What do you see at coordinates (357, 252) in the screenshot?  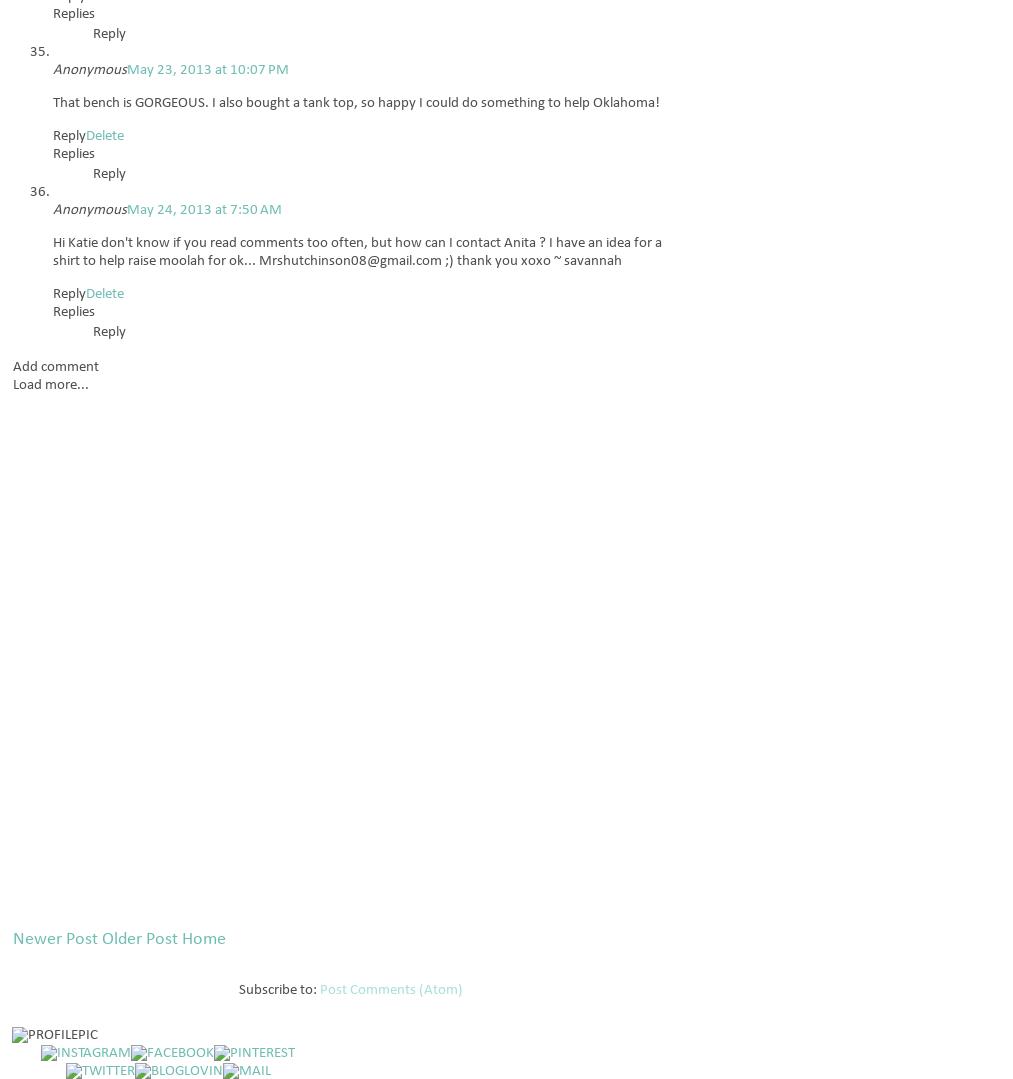 I see `'Hi Katie don't know if you read comments too often, but how can I contact Anita ? I have an idea for a shirt to help raise moolah for ok... Mrshutchinson08@gmail.com ;) thank you xoxo ~ savannah'` at bounding box center [357, 252].